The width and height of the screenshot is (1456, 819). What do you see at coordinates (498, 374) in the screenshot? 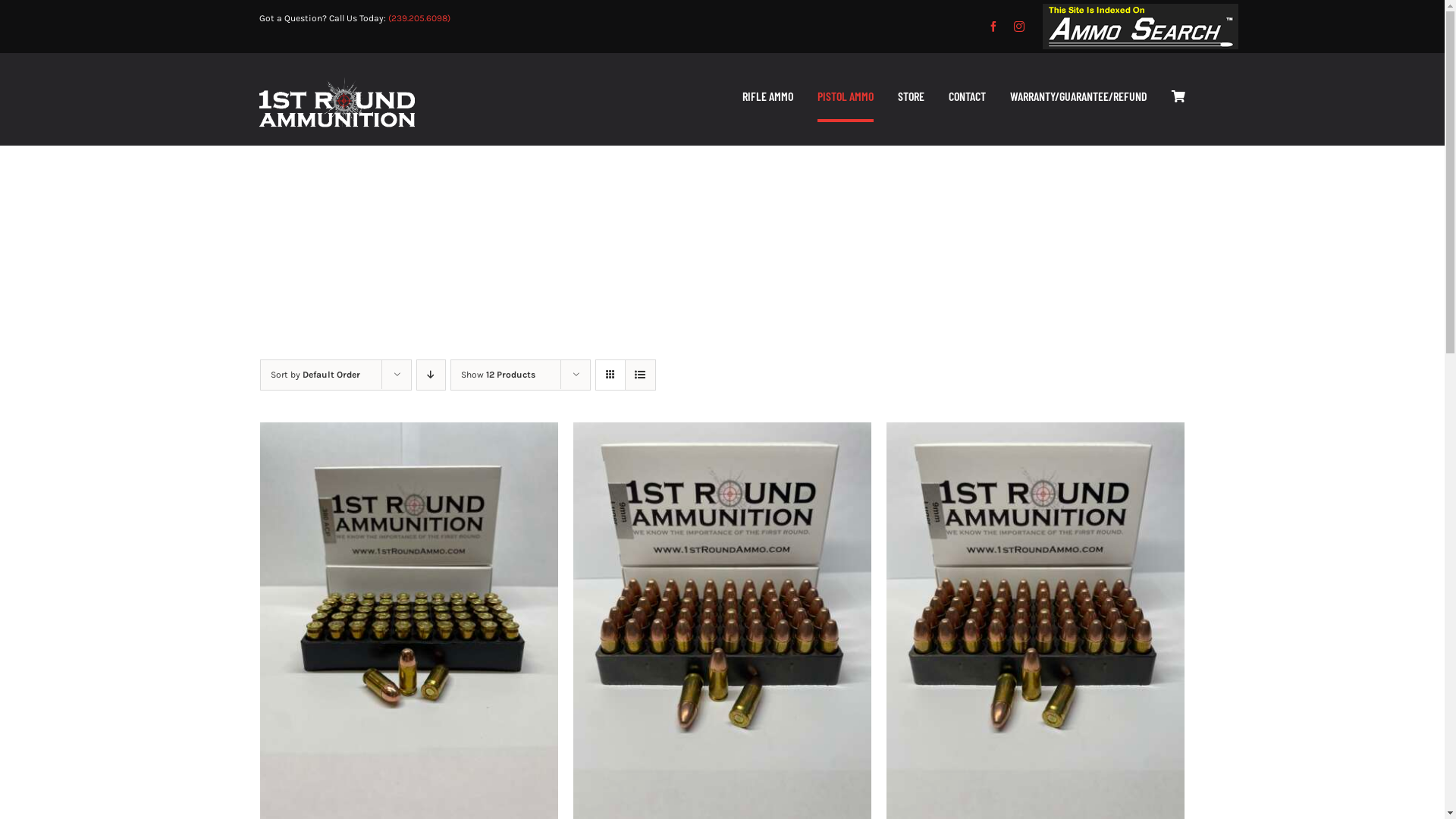
I see `'Show 12 Products'` at bounding box center [498, 374].